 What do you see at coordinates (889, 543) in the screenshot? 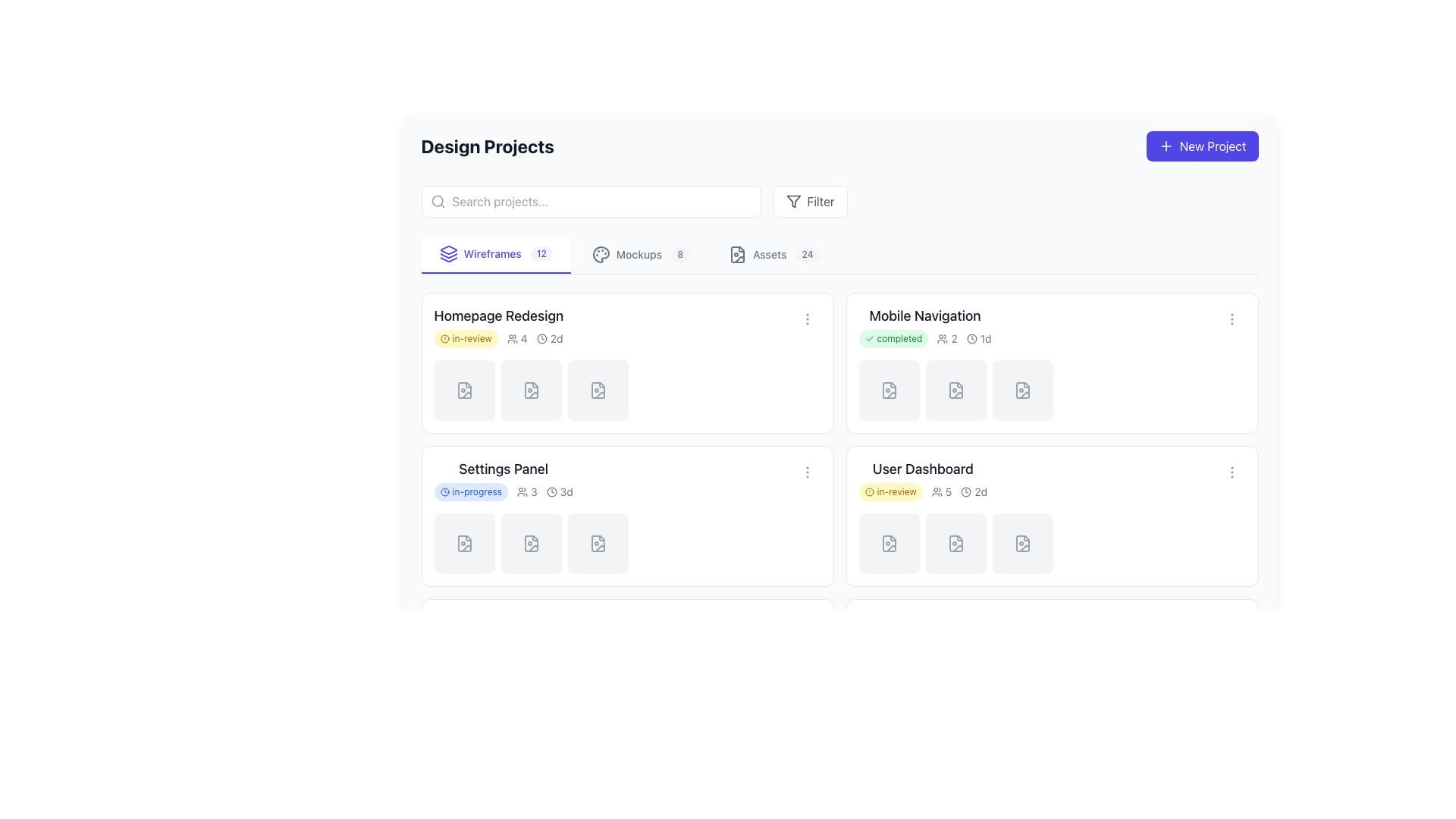
I see `the file icon with an image symbol located in the 'User Dashboard' card` at bounding box center [889, 543].